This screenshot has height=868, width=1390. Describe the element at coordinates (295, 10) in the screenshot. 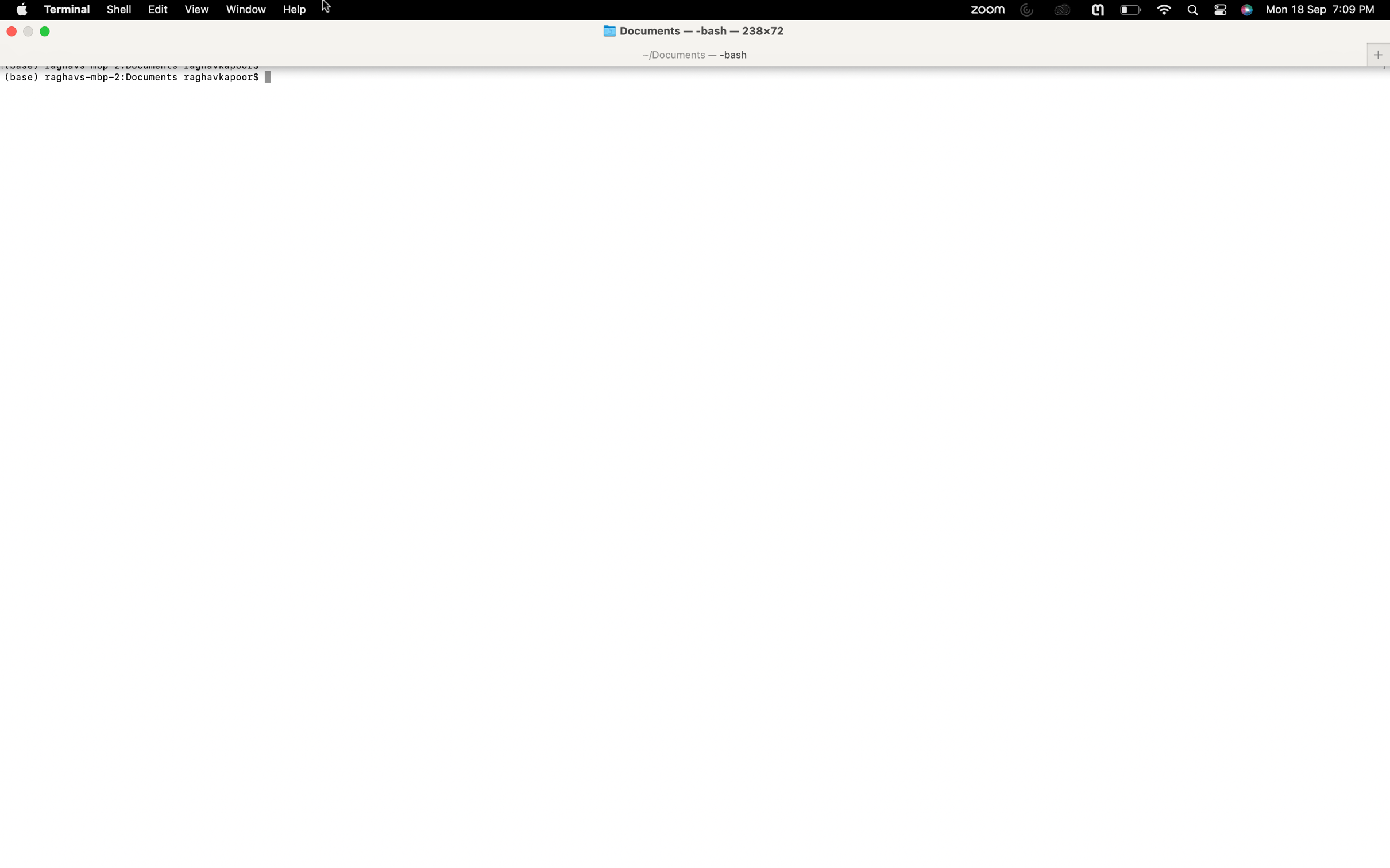

I see `Type settings under help options tab` at that location.